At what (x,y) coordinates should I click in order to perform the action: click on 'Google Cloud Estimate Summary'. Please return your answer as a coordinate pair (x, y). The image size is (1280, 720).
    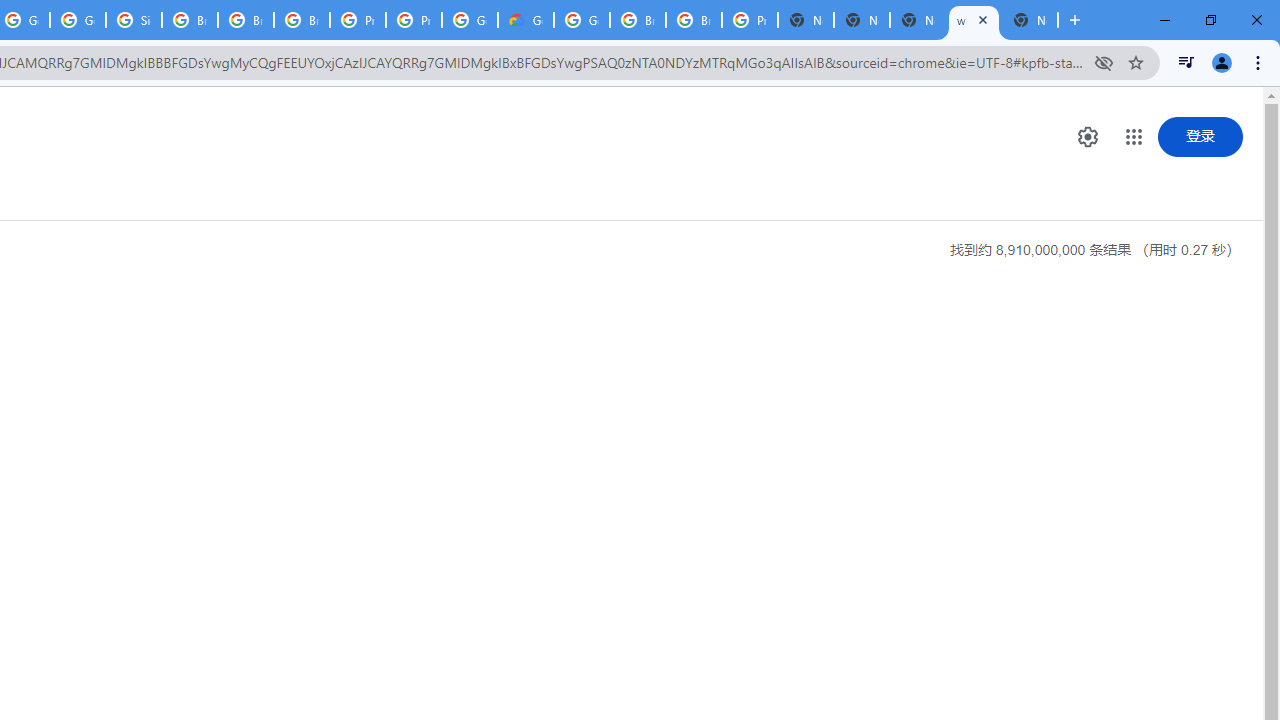
    Looking at the image, I should click on (526, 20).